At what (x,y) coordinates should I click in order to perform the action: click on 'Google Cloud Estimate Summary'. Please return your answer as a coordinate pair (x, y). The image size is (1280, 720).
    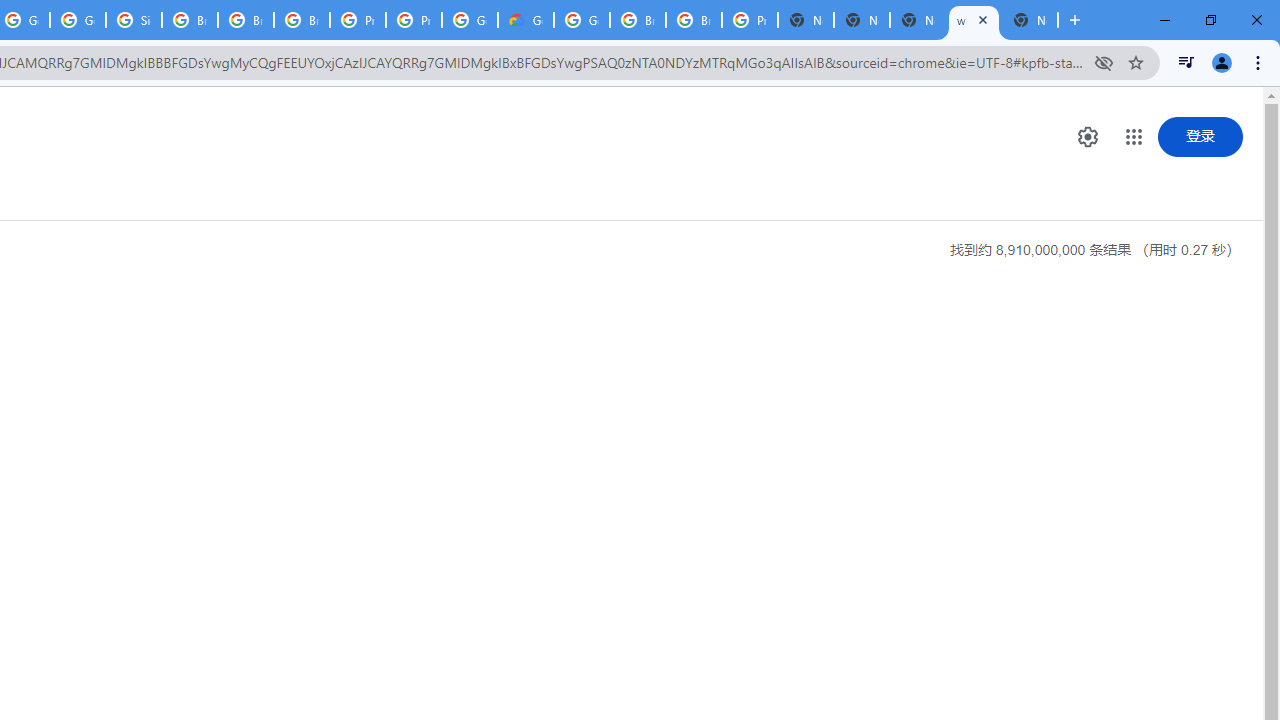
    Looking at the image, I should click on (526, 20).